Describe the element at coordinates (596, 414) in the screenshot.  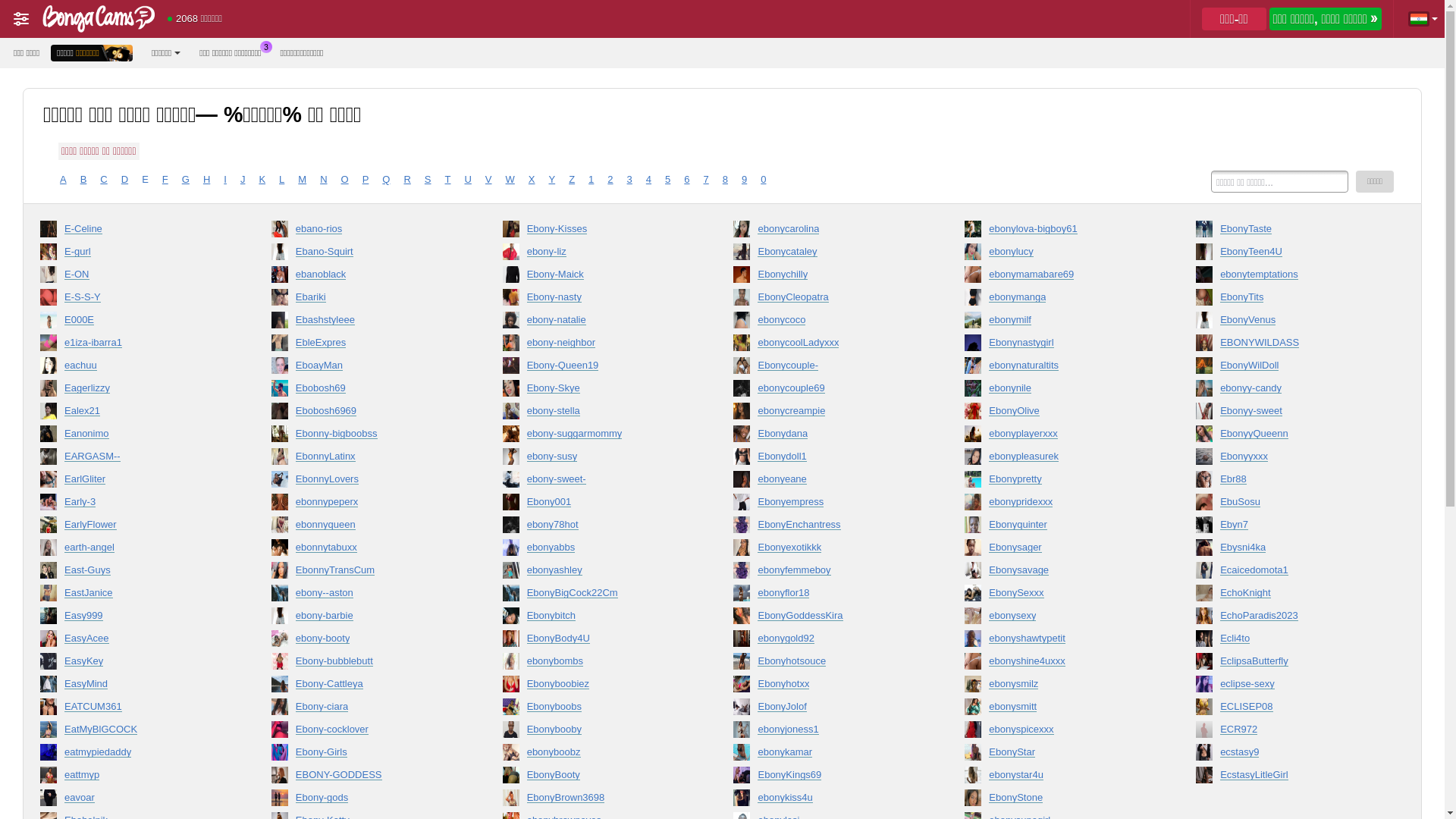
I see `'ebony-stella'` at that location.